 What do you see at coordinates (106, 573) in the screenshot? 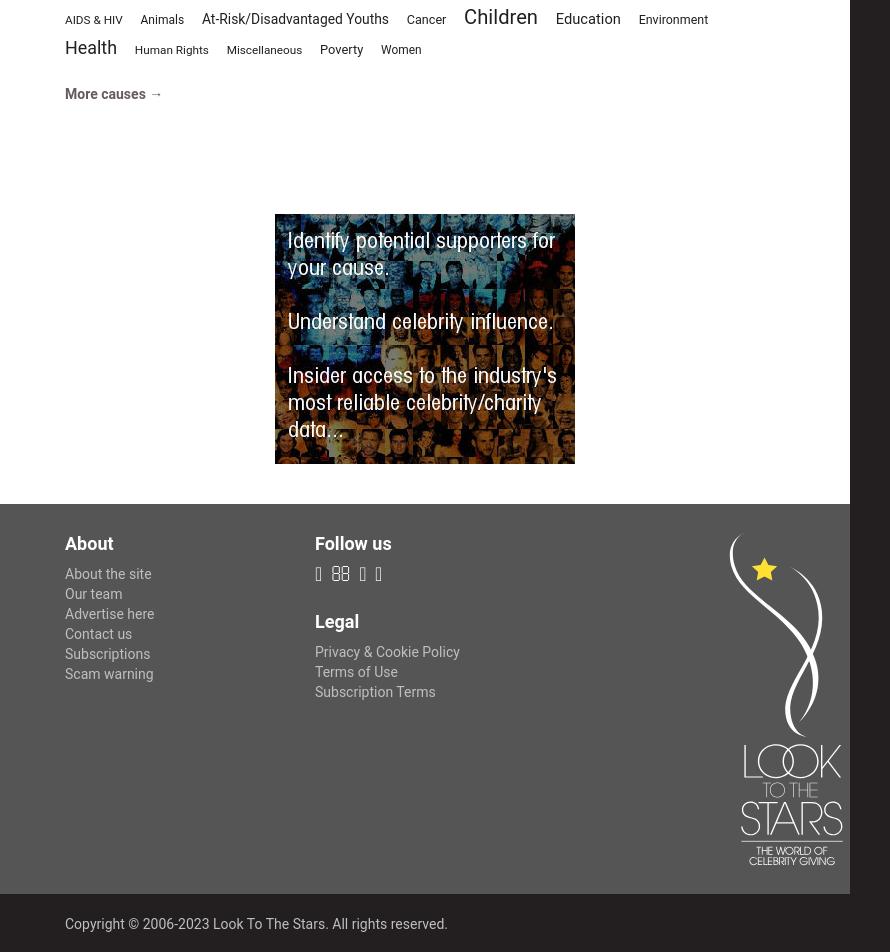
I see `'About the site'` at bounding box center [106, 573].